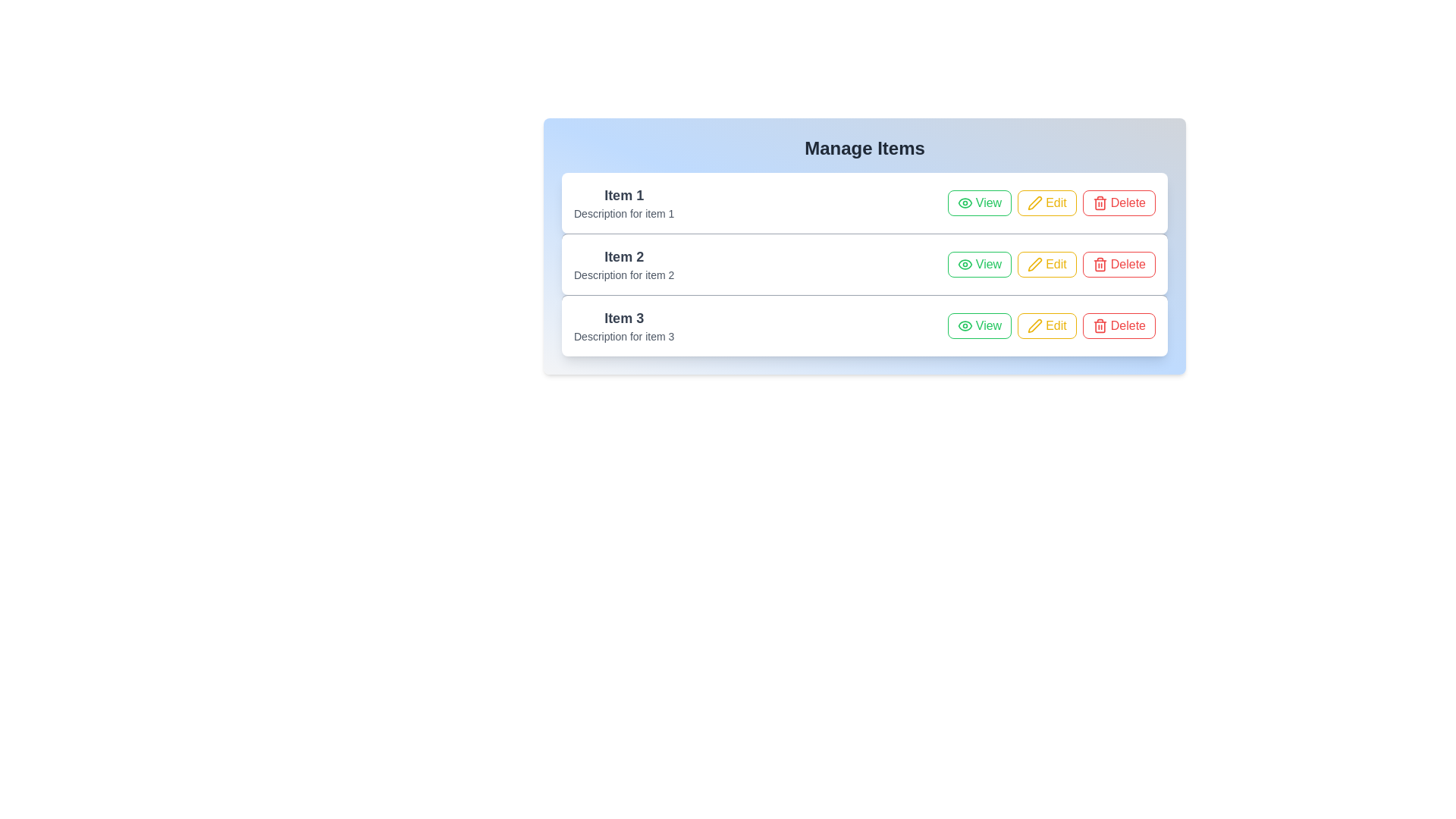 The width and height of the screenshot is (1456, 819). I want to click on the 'Edit' button for the item labeled Item 3, so click(1046, 325).